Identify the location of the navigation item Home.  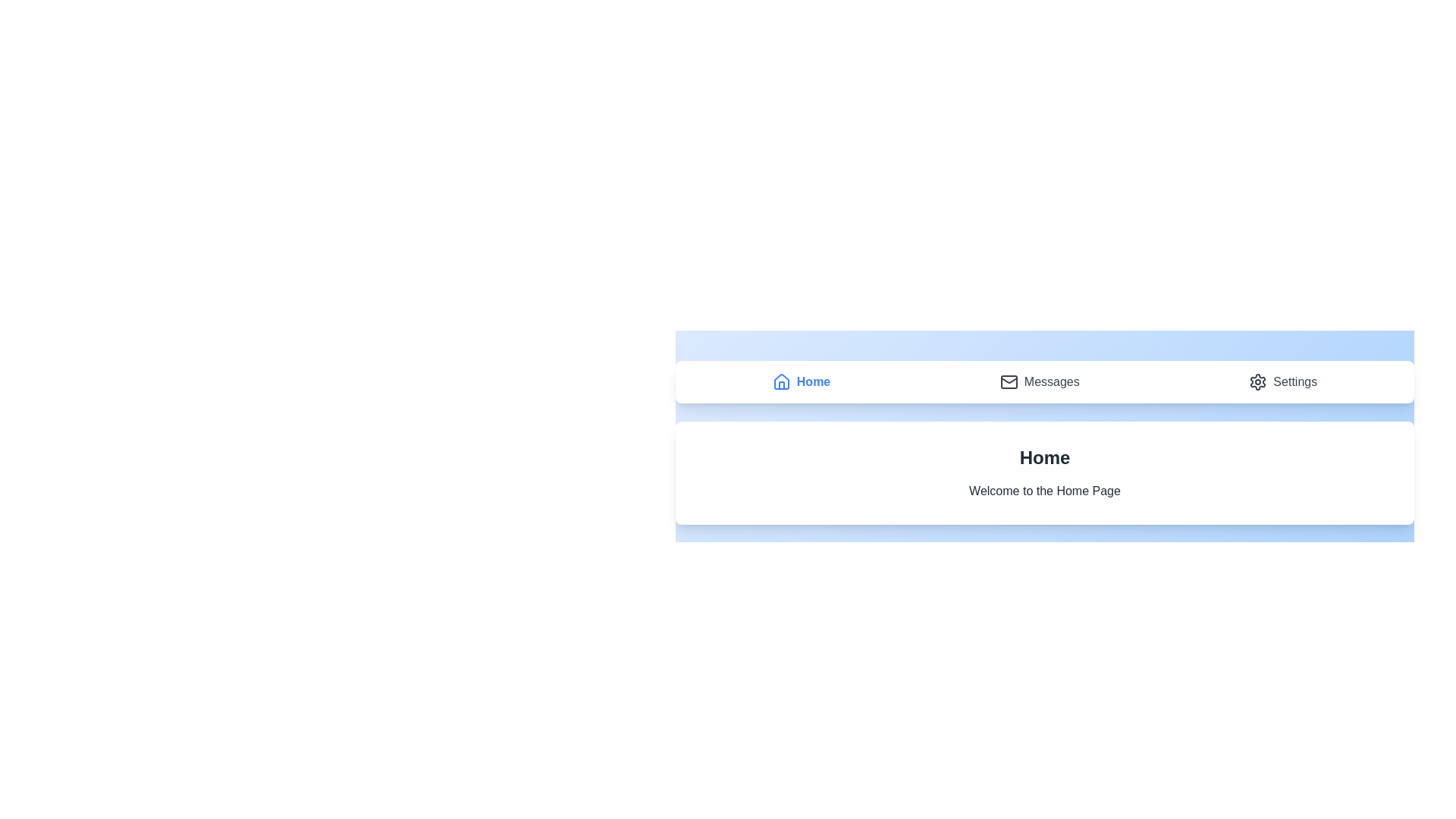
(800, 381).